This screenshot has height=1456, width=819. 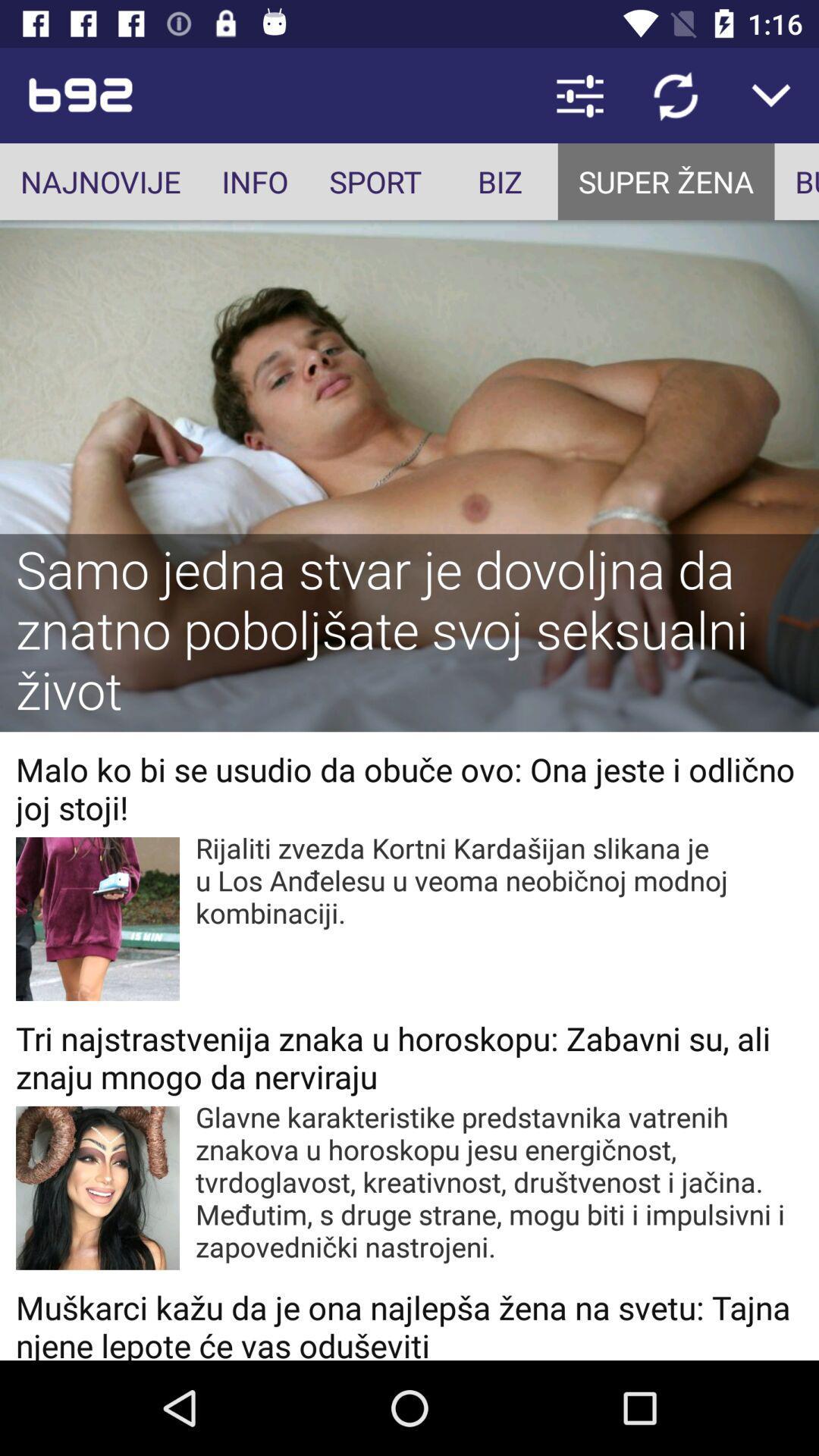 What do you see at coordinates (771, 94) in the screenshot?
I see `the expand_more icon` at bounding box center [771, 94].